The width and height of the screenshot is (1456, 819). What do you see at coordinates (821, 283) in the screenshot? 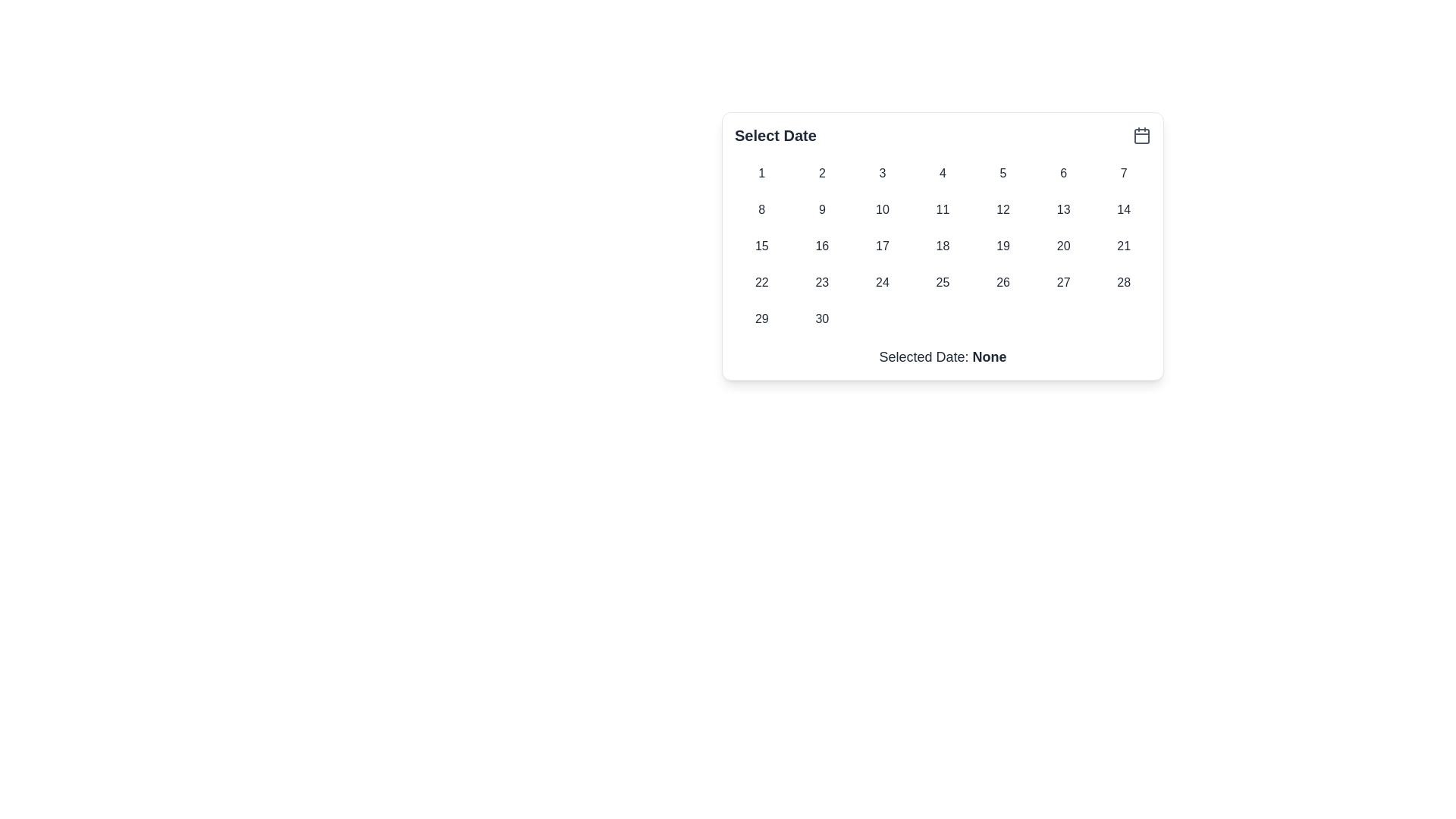
I see `the rounded rectangle button displaying the number '23'` at bounding box center [821, 283].